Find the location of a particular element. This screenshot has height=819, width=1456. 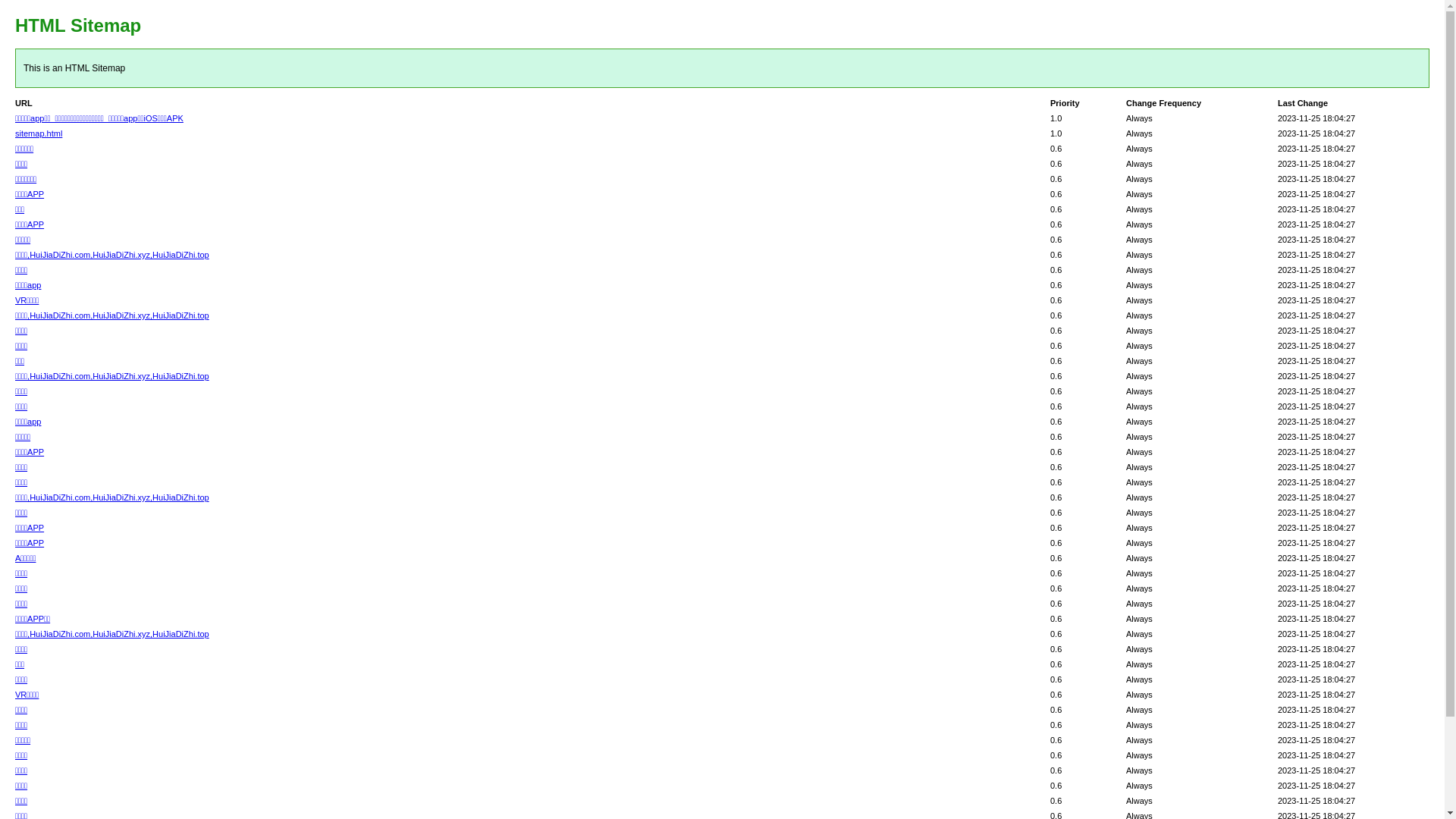

'sitemap.html' is located at coordinates (39, 133).